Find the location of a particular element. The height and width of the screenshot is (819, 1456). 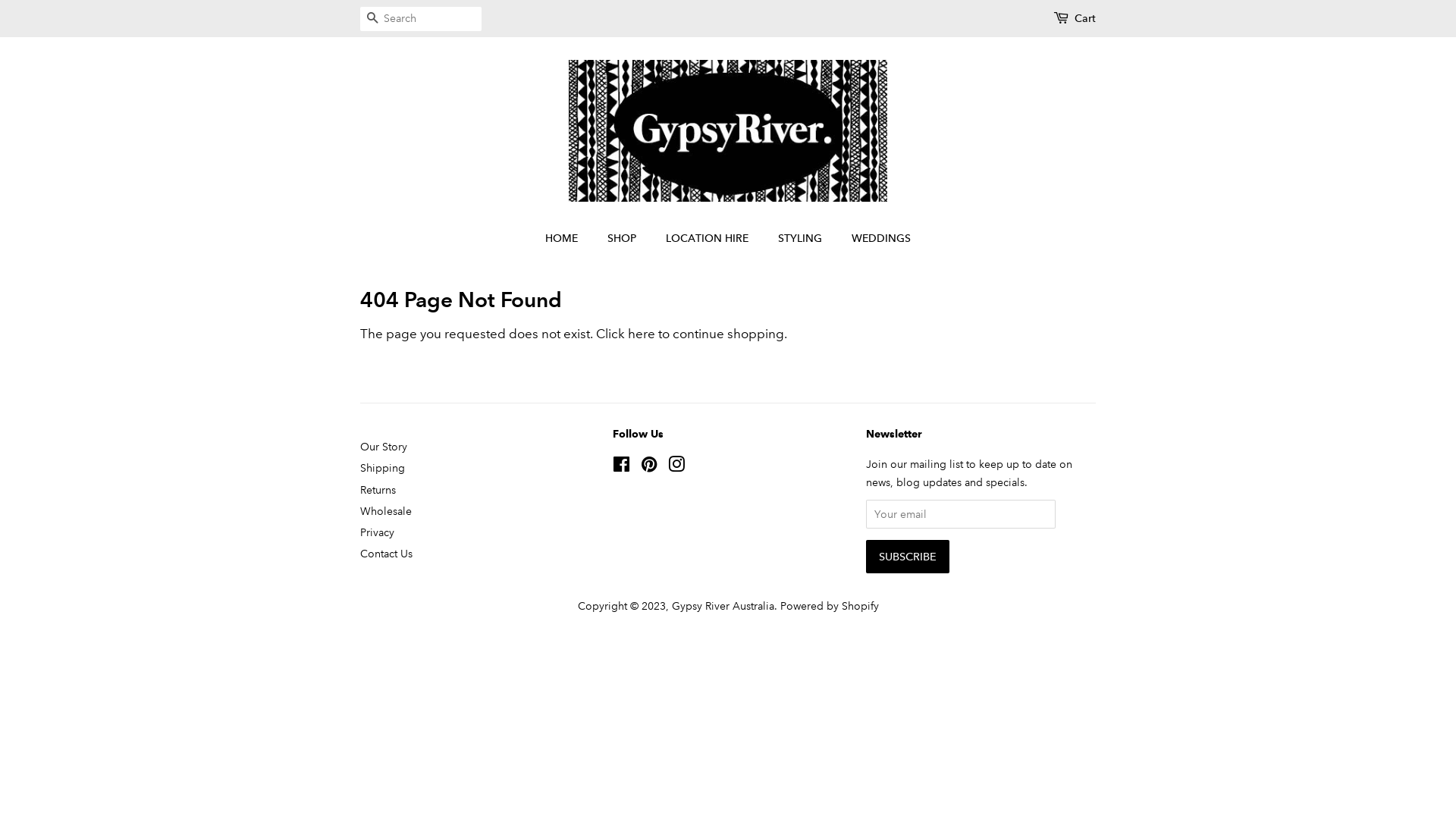

'Shipping' is located at coordinates (382, 467).